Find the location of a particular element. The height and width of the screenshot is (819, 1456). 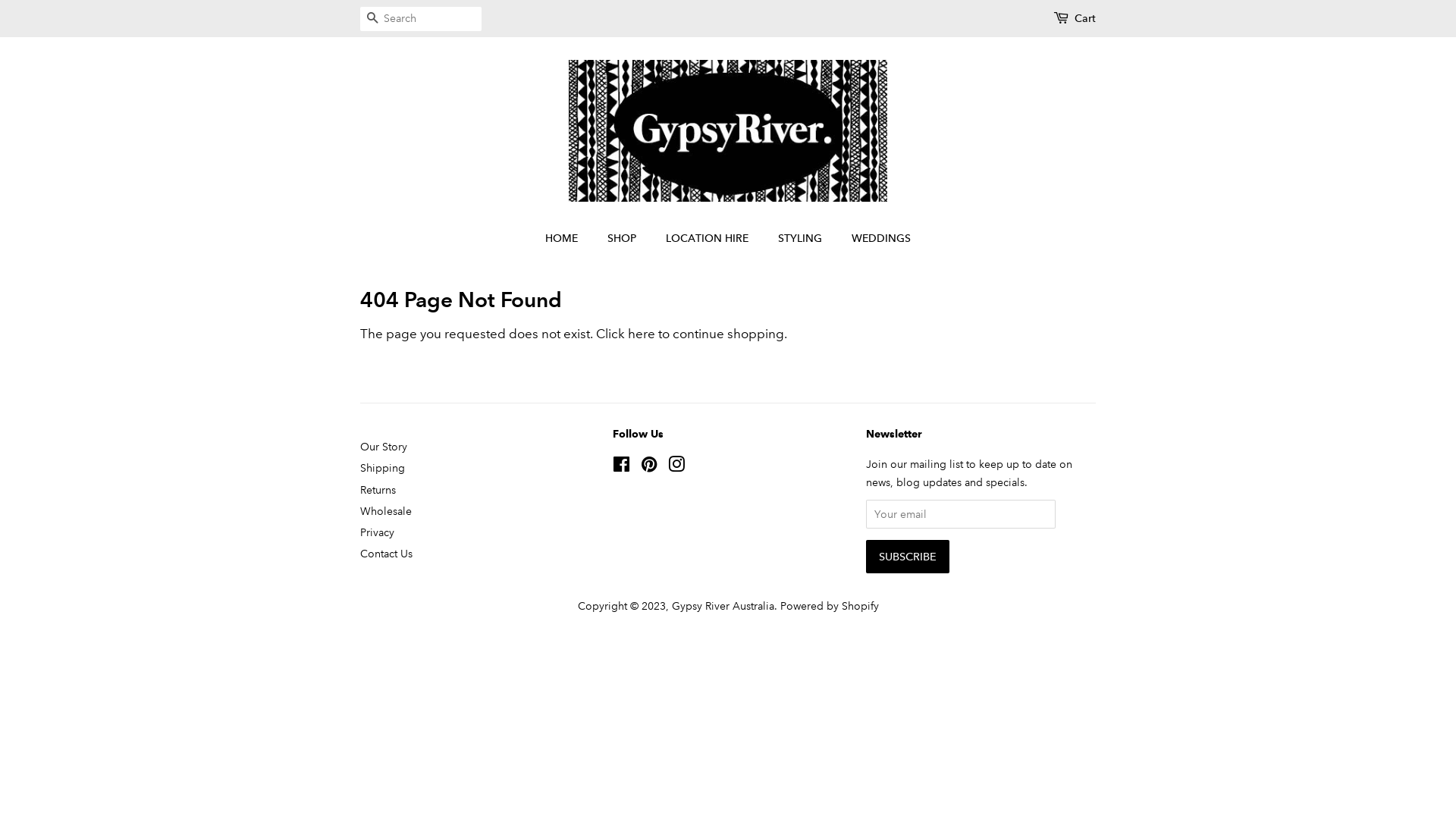

'Shipping' is located at coordinates (382, 467).